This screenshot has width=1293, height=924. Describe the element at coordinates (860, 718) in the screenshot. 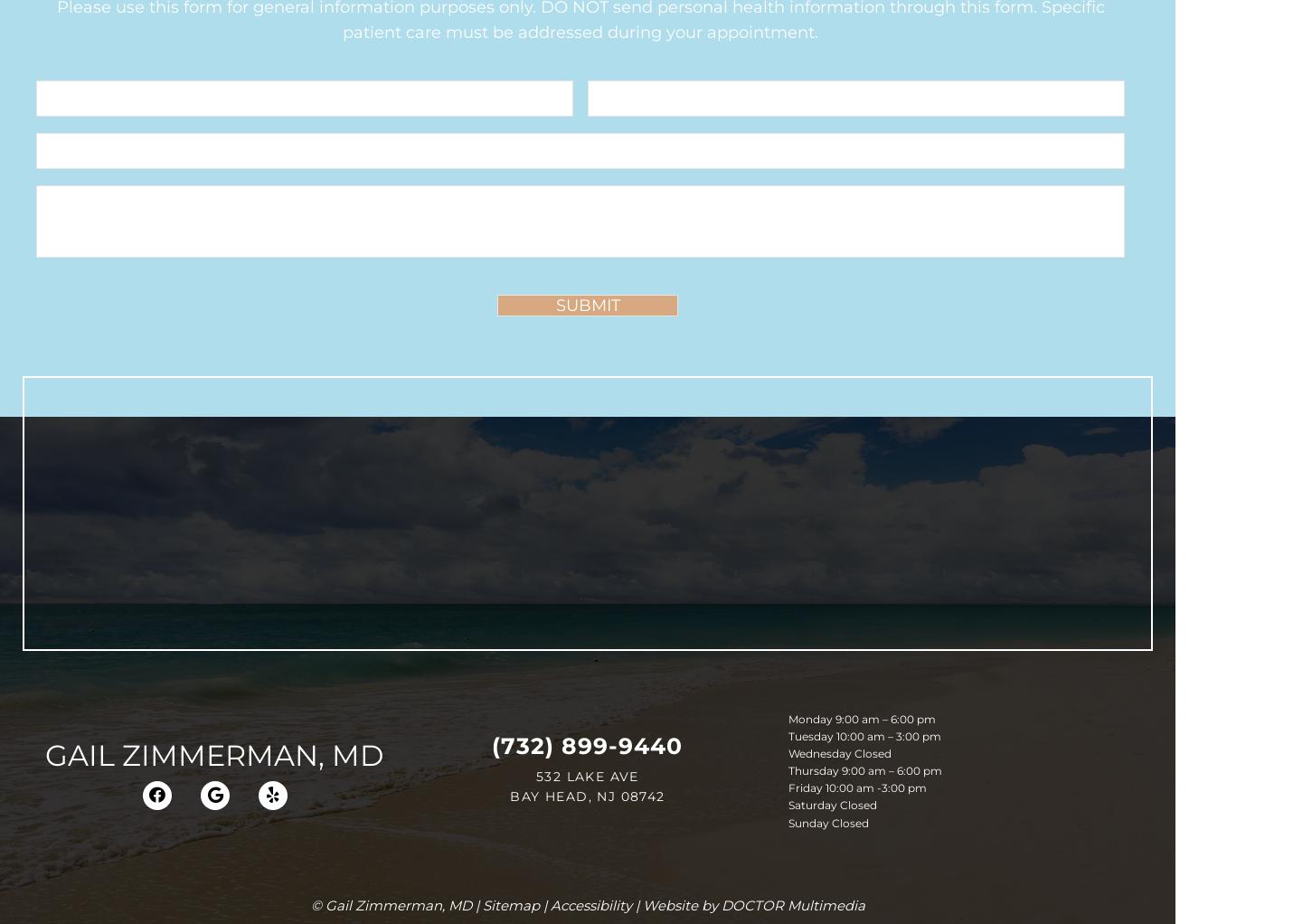

I see `'Monday 9:00 am – 6:00 pm'` at that location.